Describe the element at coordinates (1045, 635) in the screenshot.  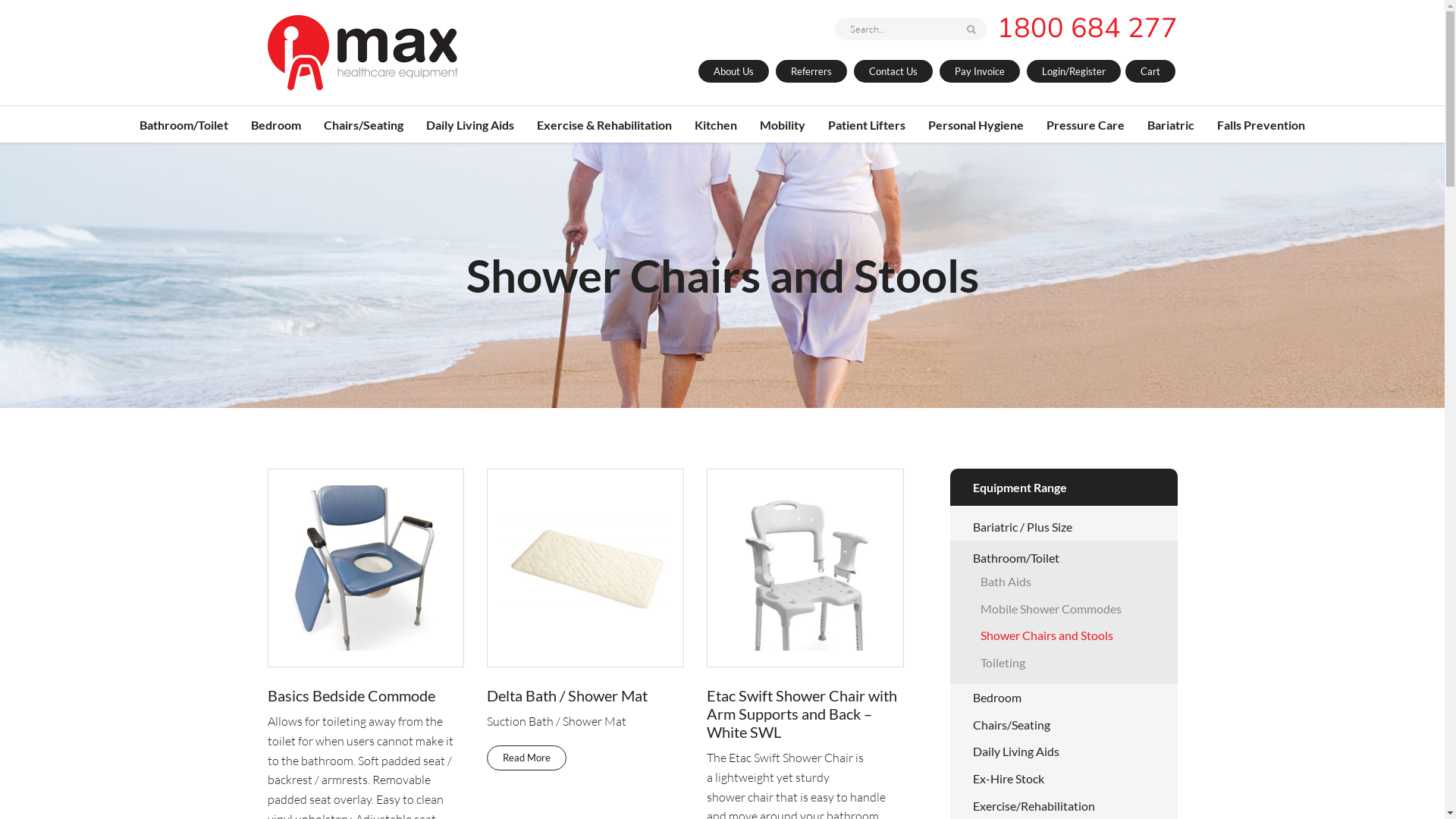
I see `'Shower Chairs and Stools'` at that location.